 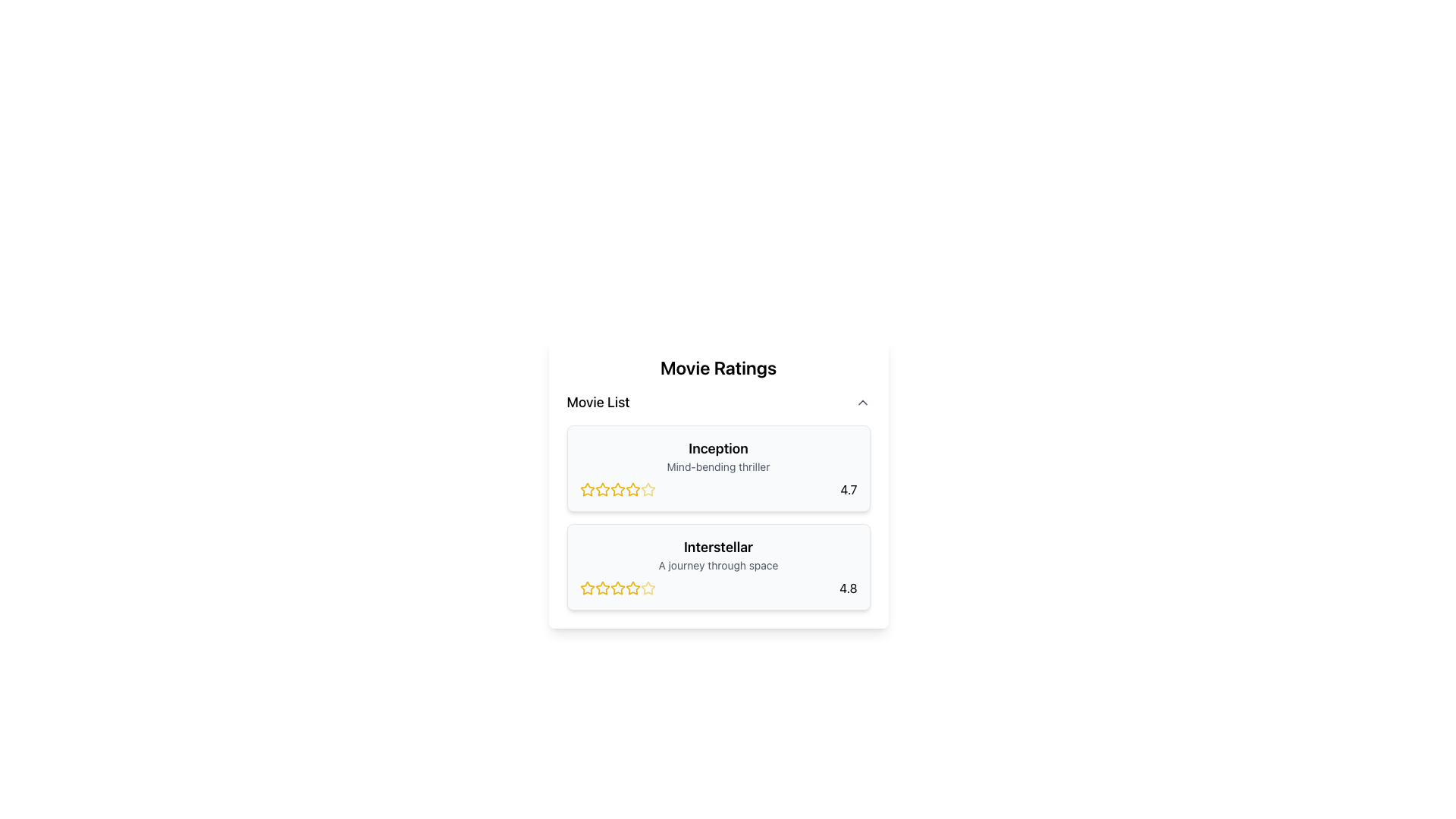 I want to click on the content of the 'Movie List' label located below the 'Movie Ratings' header, which displays the text in bold and includes a dropdown indicator, so click(x=717, y=402).